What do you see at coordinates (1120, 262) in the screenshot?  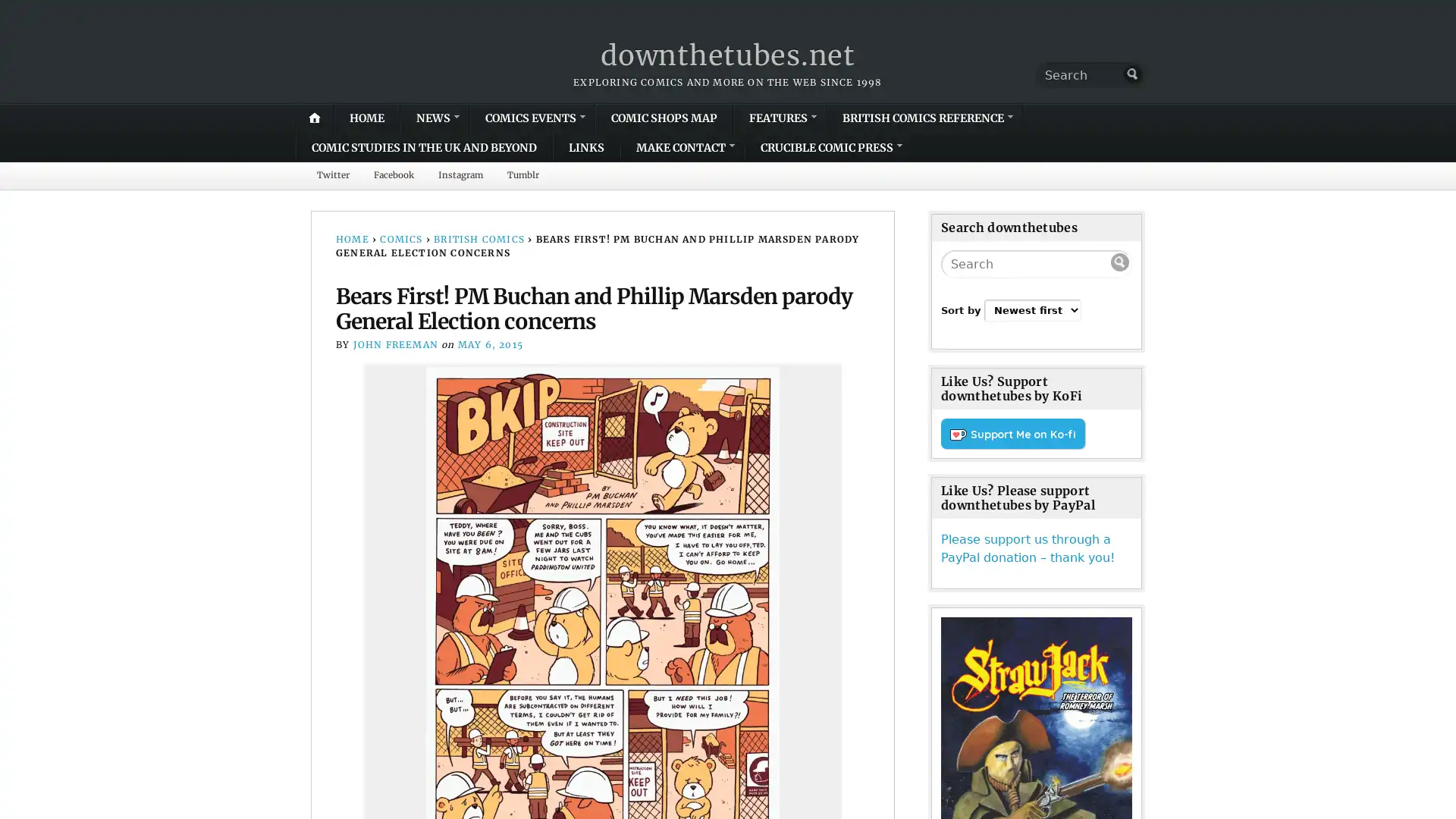 I see `Submit` at bounding box center [1120, 262].